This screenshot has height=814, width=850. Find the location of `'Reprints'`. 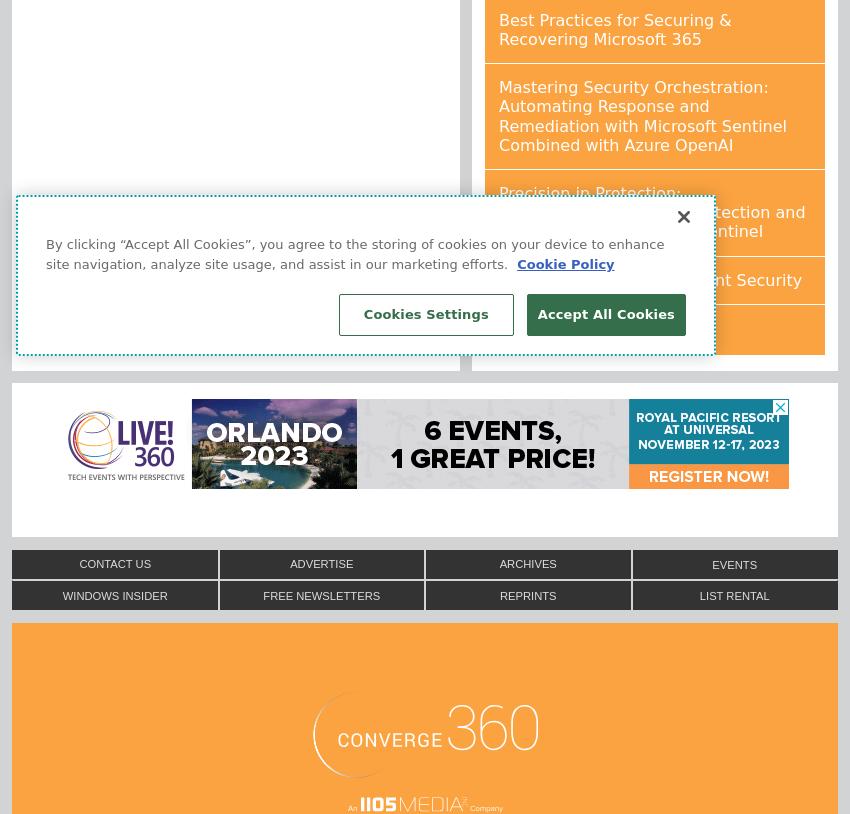

'Reprints' is located at coordinates (526, 595).